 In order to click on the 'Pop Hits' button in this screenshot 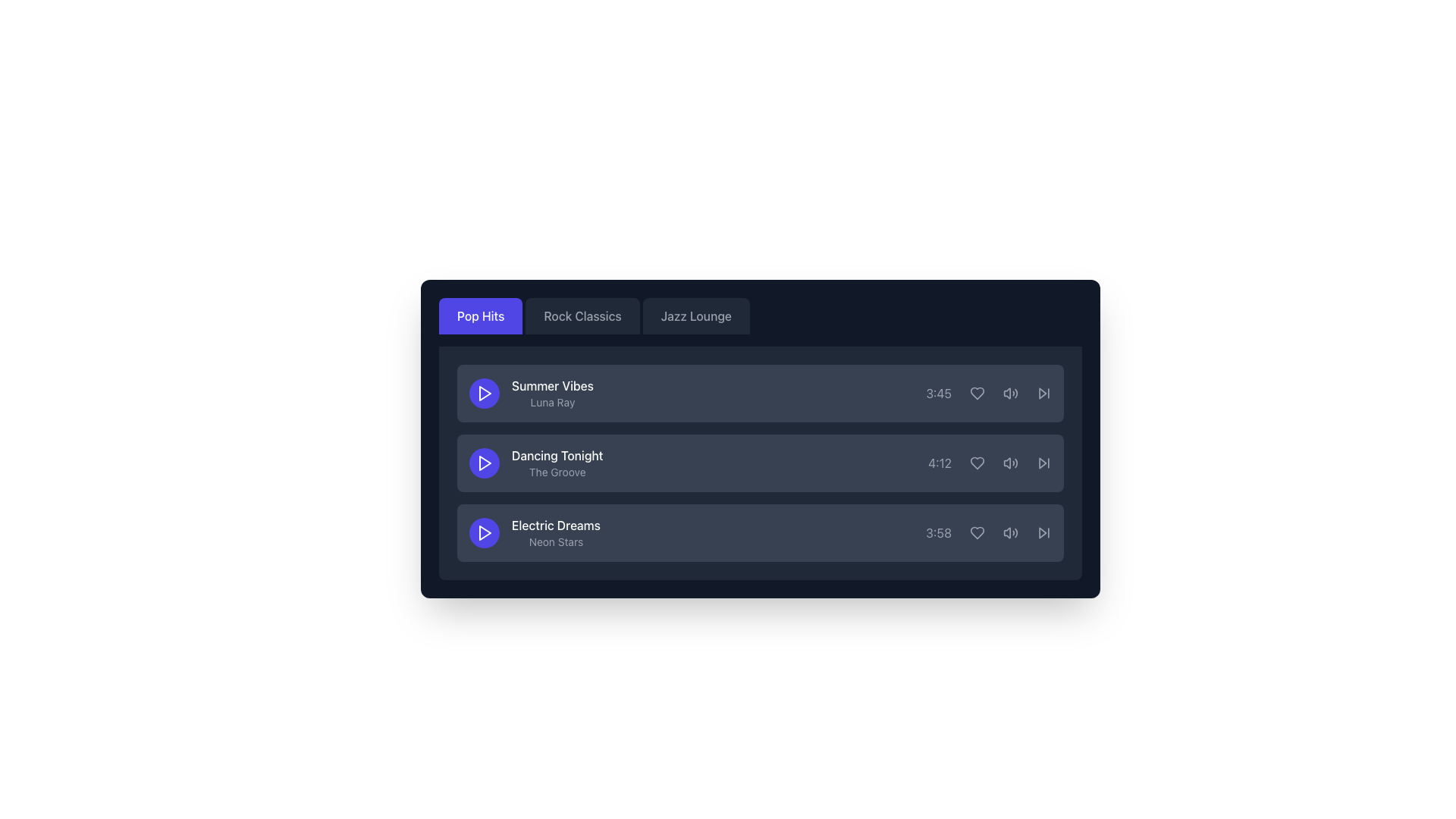, I will do `click(480, 315)`.